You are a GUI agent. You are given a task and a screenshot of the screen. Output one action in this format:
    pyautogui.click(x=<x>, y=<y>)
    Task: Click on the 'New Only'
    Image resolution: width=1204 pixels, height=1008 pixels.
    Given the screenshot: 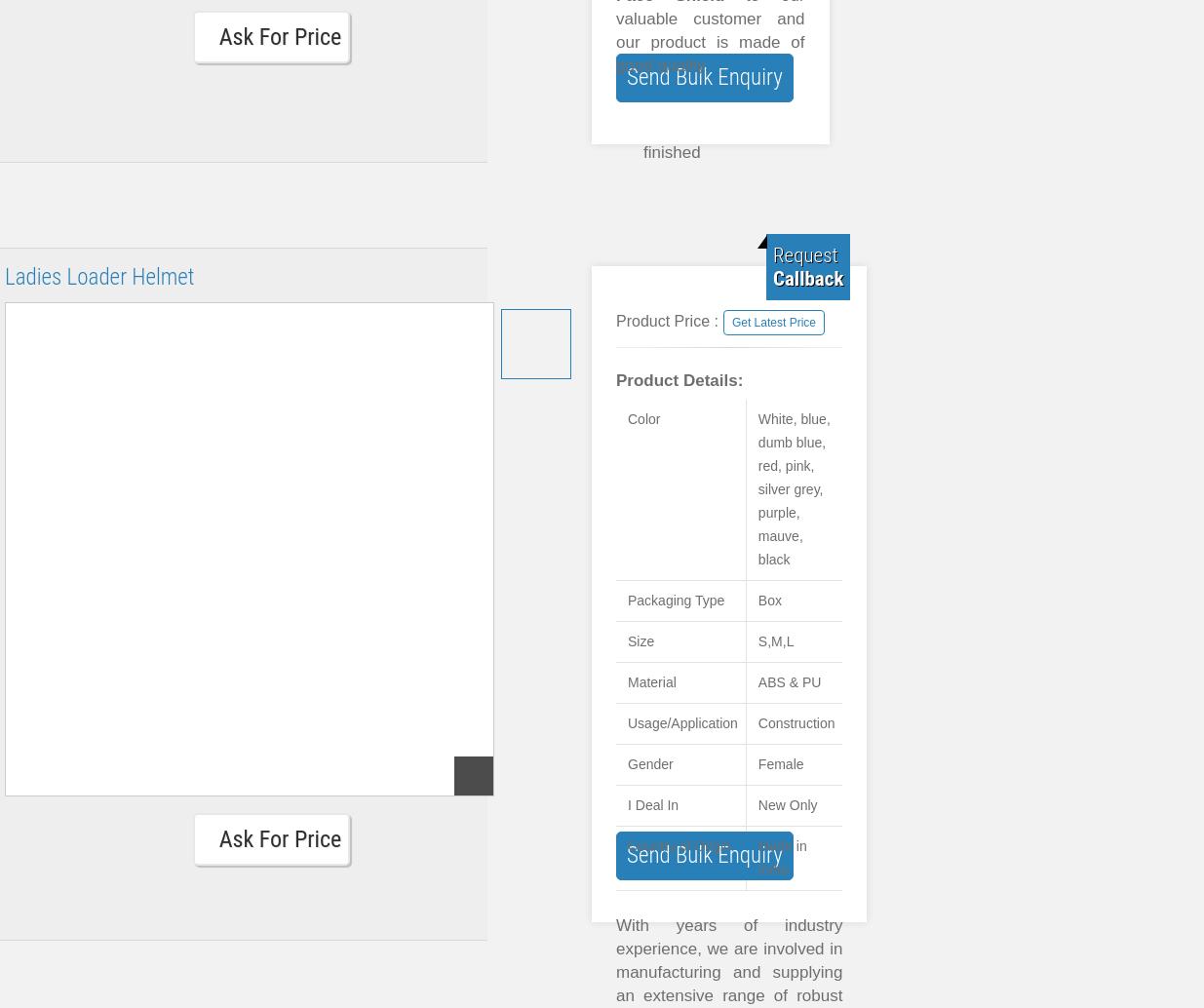 What is the action you would take?
    pyautogui.click(x=787, y=803)
    